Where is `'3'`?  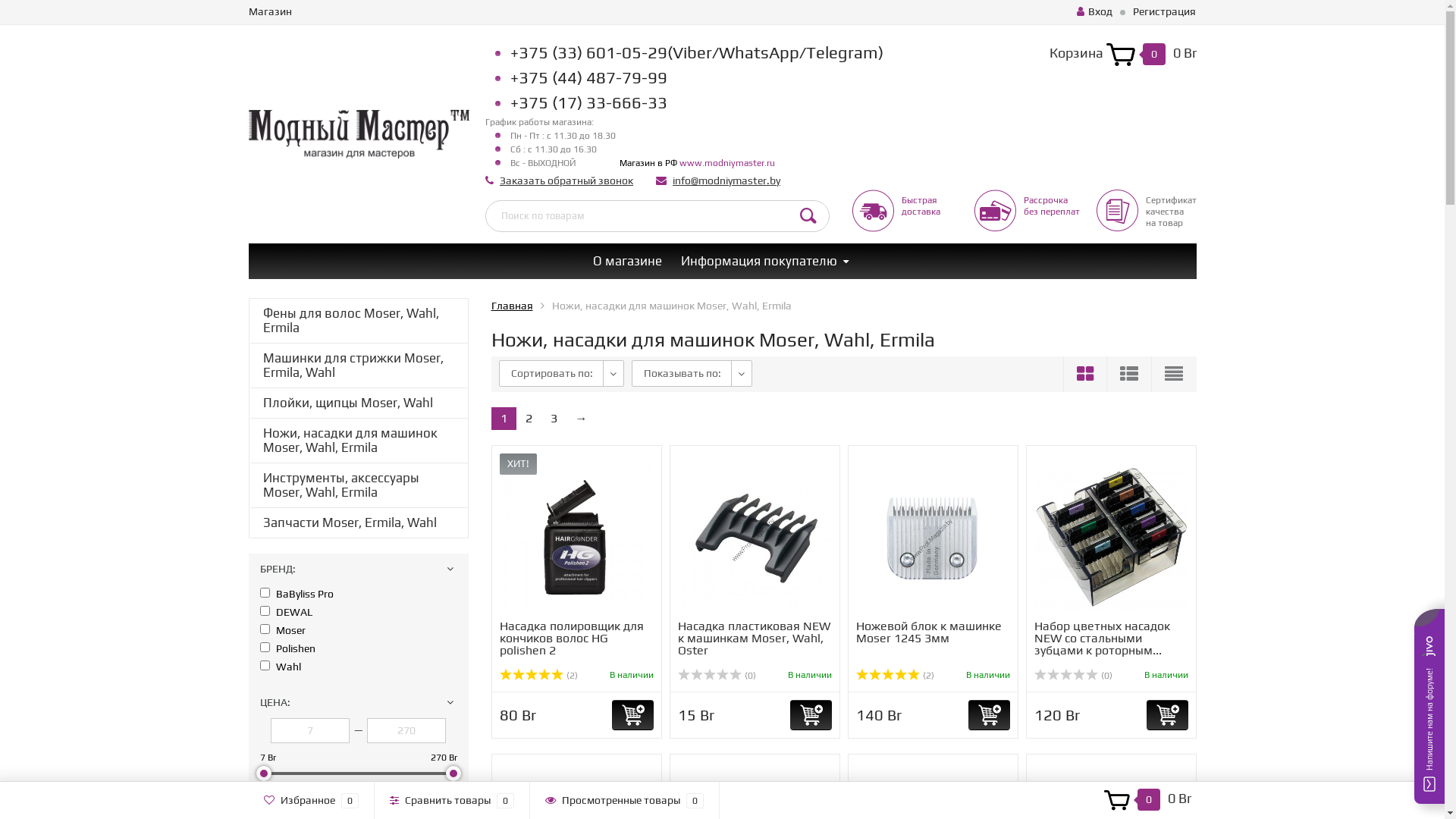 '3' is located at coordinates (553, 418).